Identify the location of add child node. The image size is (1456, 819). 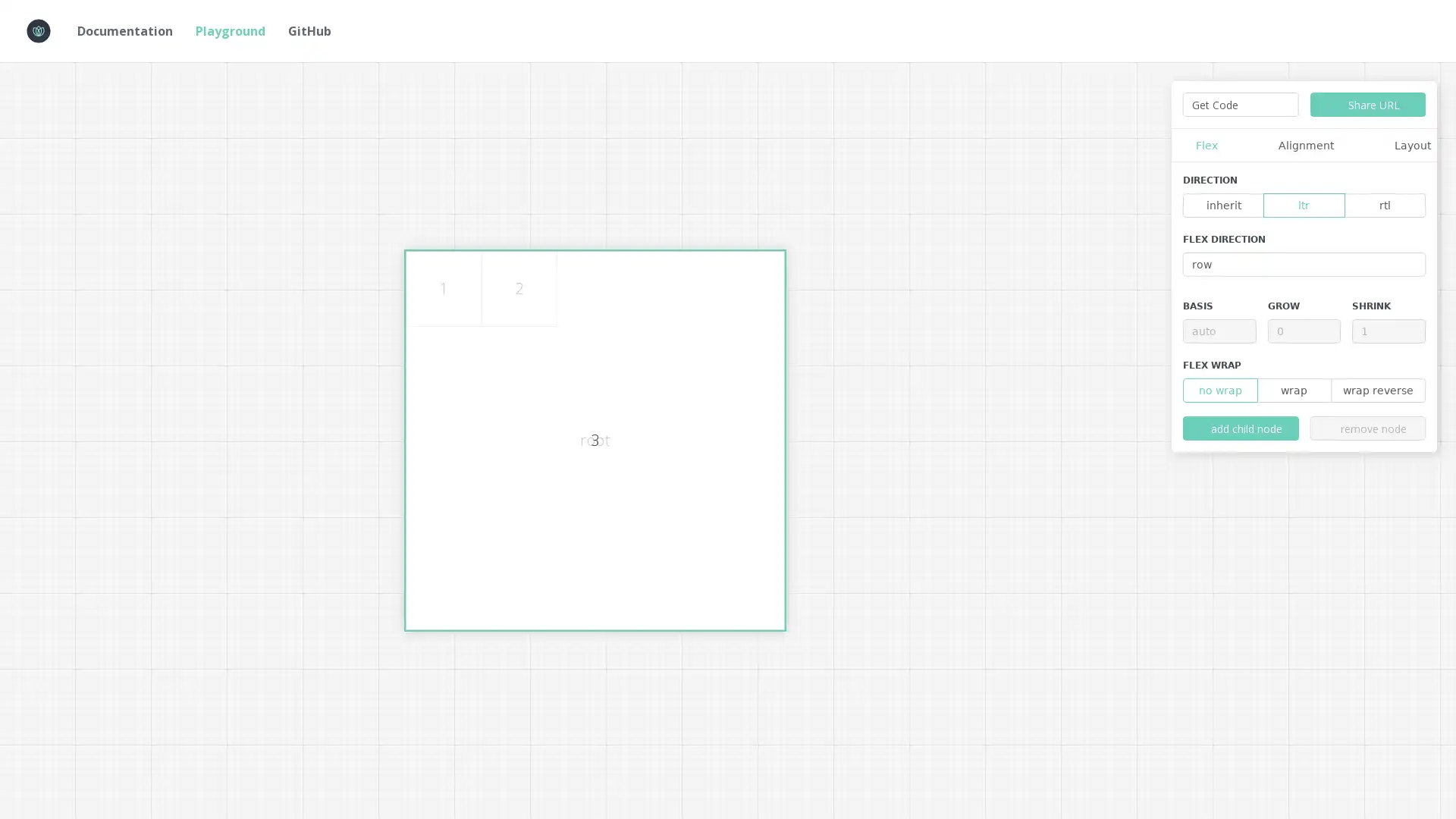
(1241, 428).